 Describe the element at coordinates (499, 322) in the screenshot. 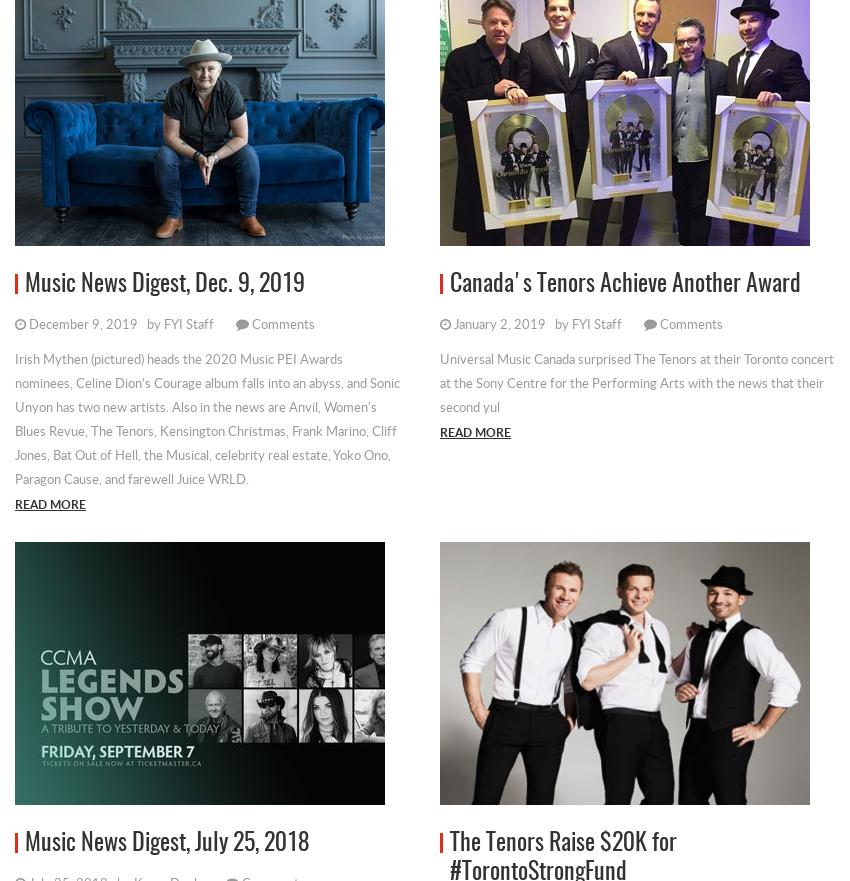

I see `'January 2, 2019'` at that location.